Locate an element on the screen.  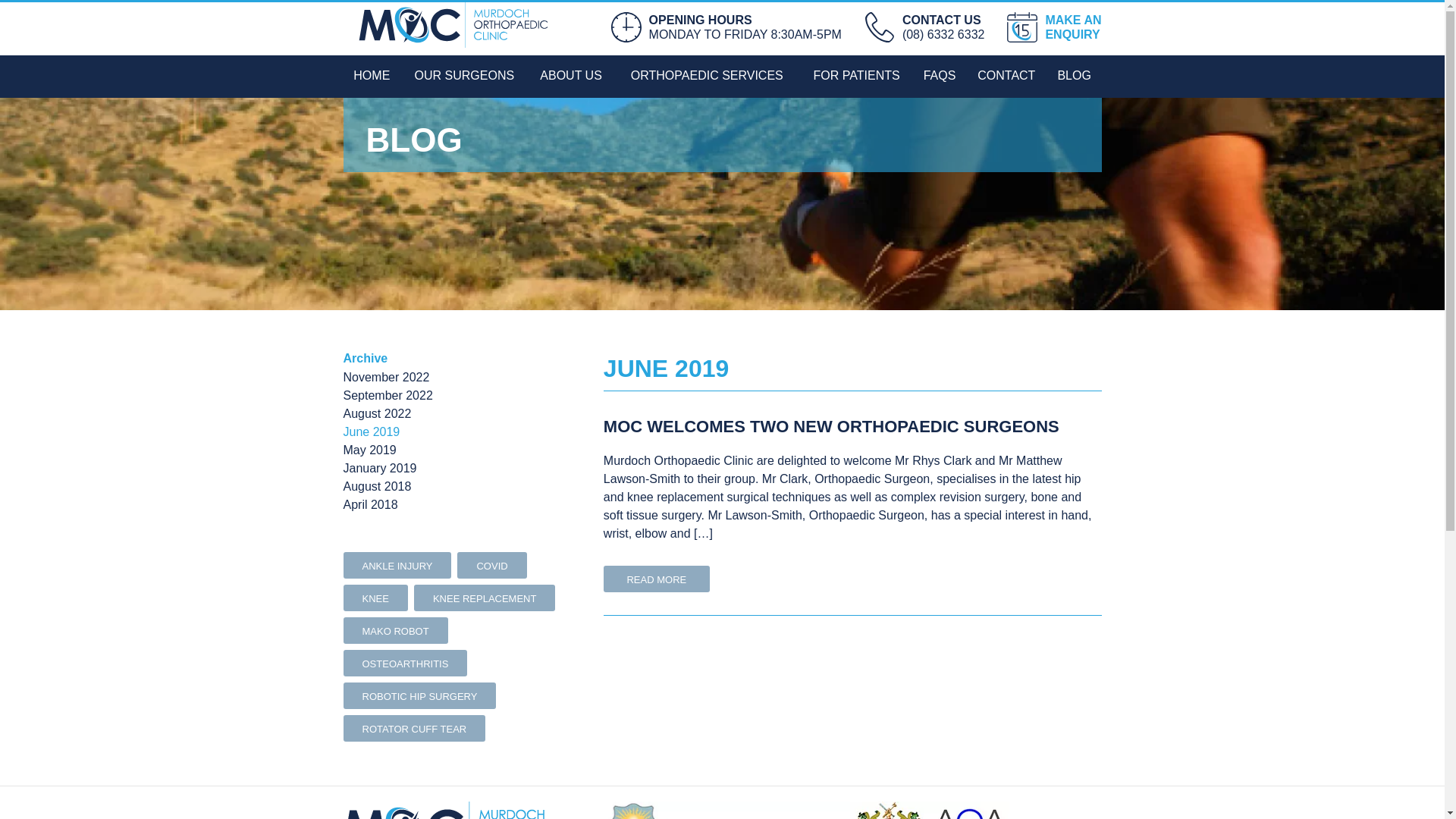
'HOME' is located at coordinates (371, 76).